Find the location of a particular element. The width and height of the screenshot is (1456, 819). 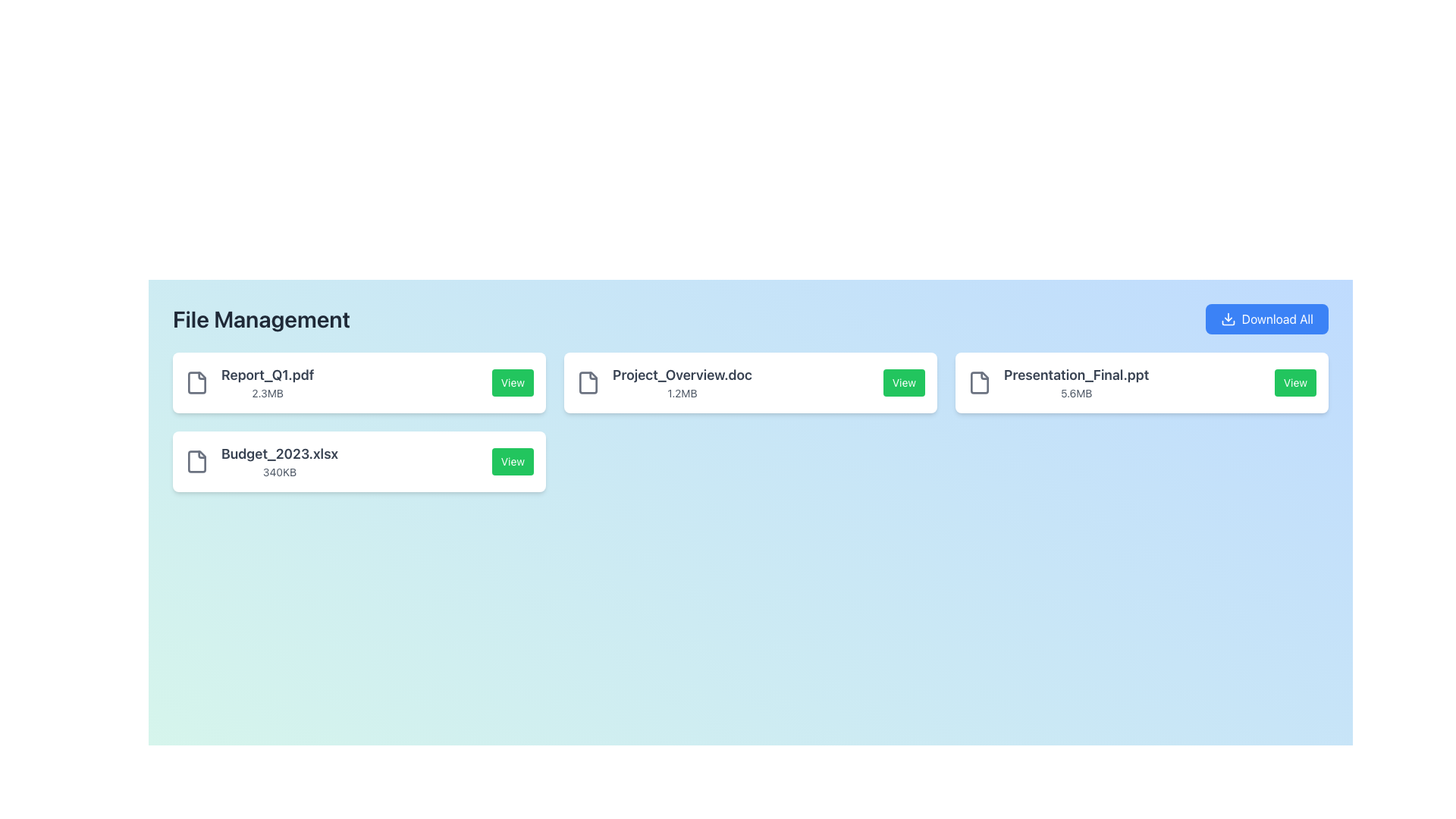

the Text Display Component that shows the file name 'Budget_2023.xlsx' and its size '340KB' is located at coordinates (280, 461).